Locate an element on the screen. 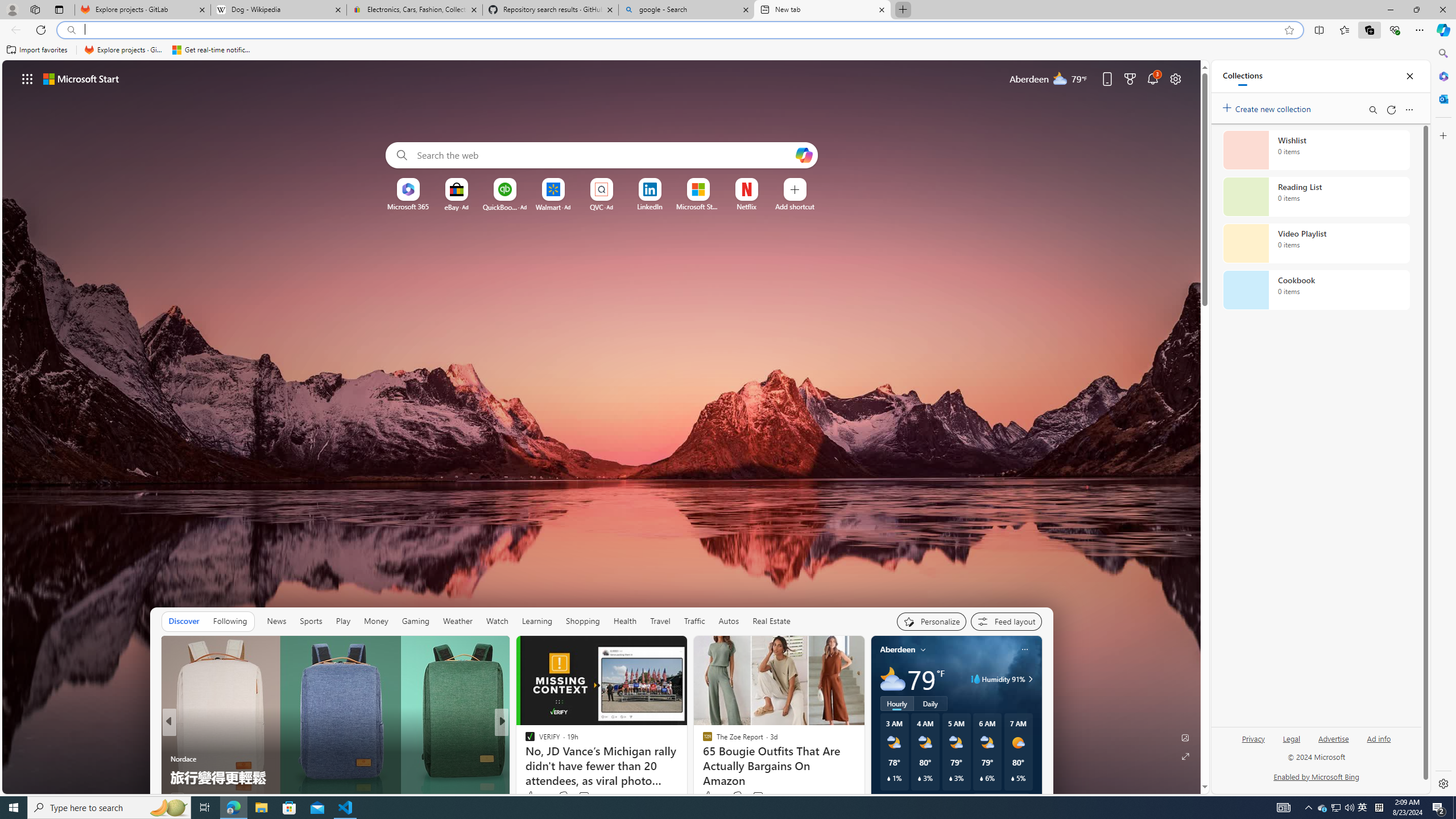 The height and width of the screenshot is (819, 1456). 'Class: weather-current-precipitation-glyph' is located at coordinates (1012, 777).